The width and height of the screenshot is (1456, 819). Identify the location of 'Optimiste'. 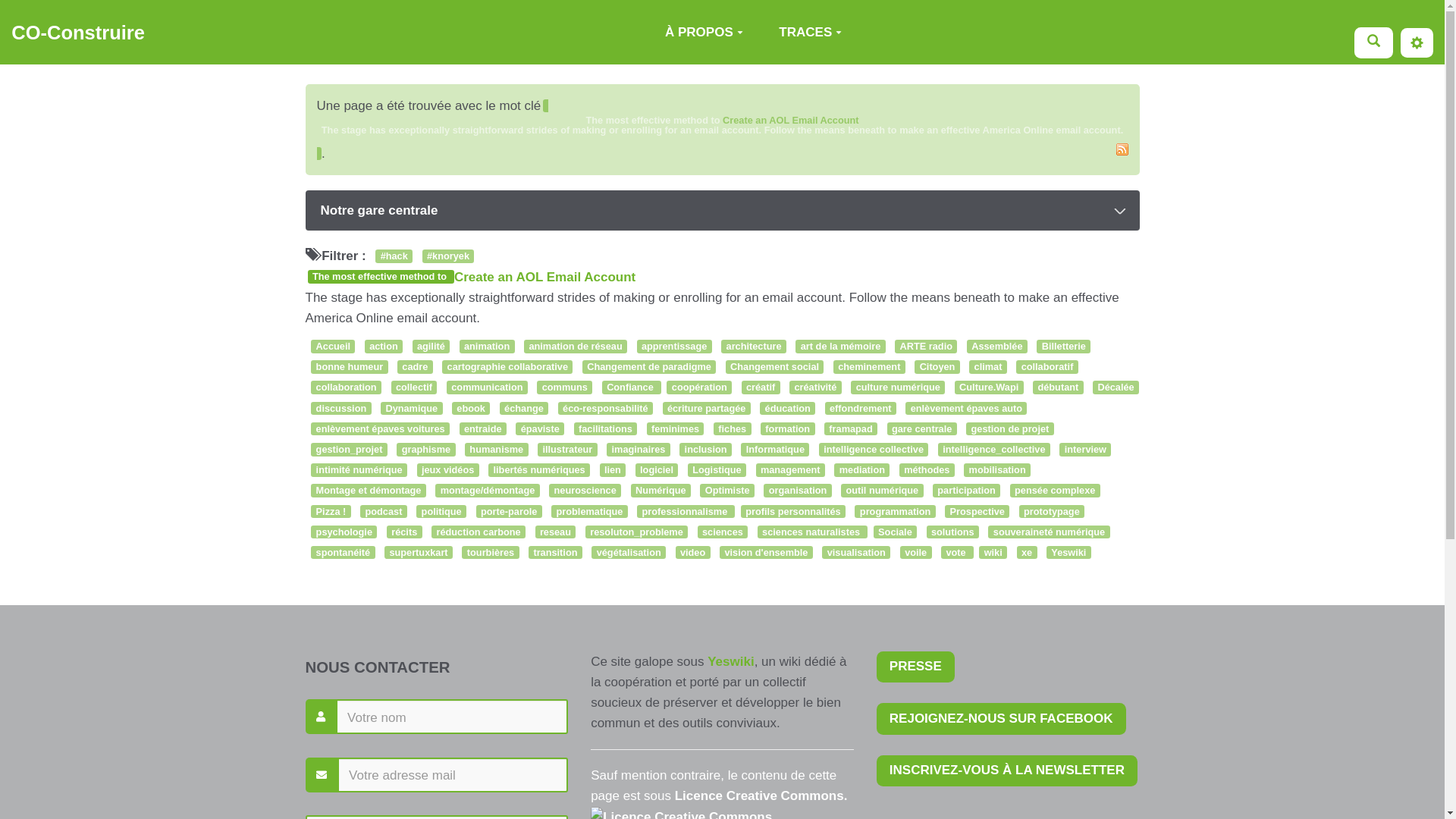
(726, 491).